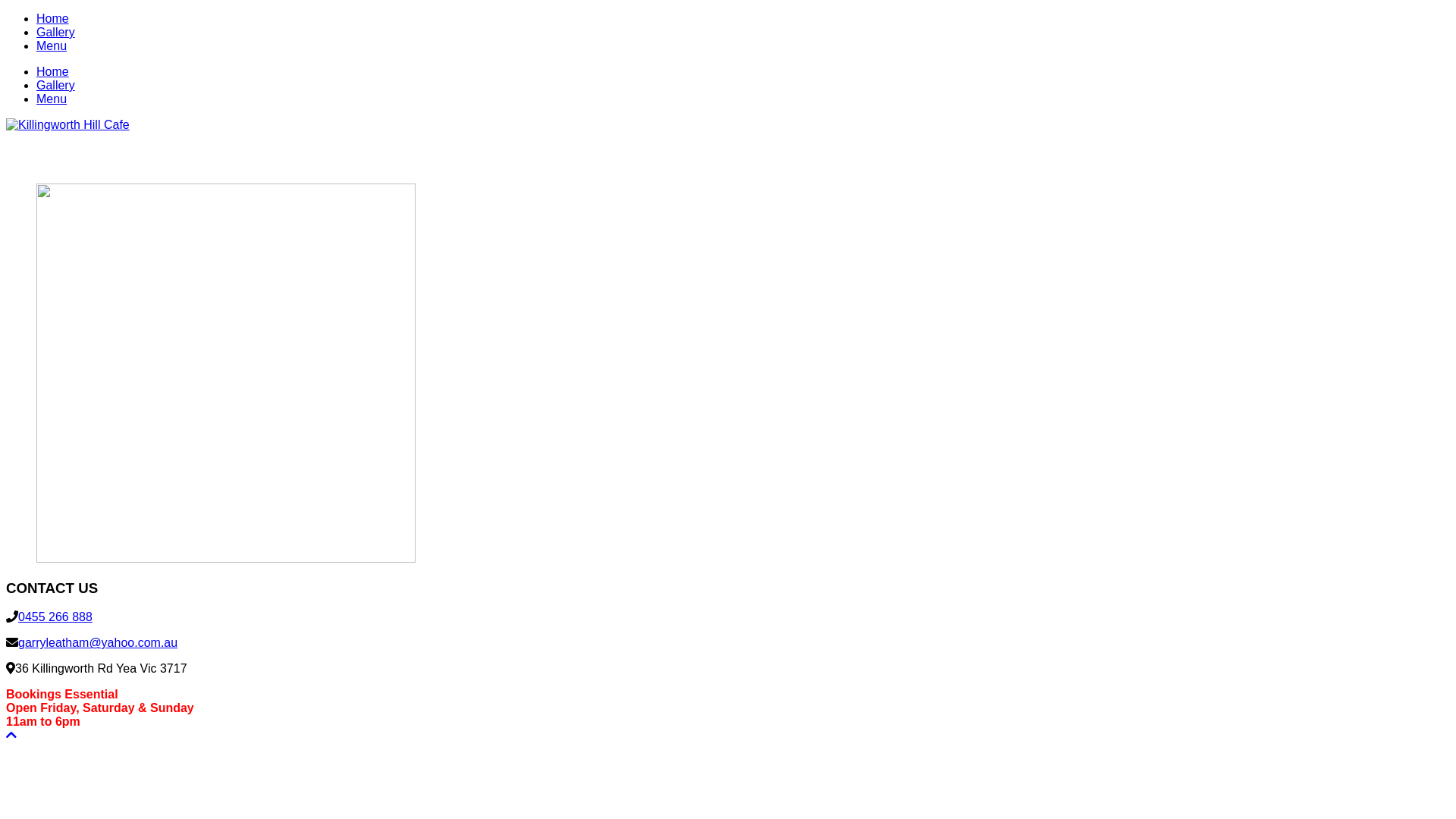 This screenshot has width=1456, height=819. Describe the element at coordinates (52, 71) in the screenshot. I see `'Home'` at that location.